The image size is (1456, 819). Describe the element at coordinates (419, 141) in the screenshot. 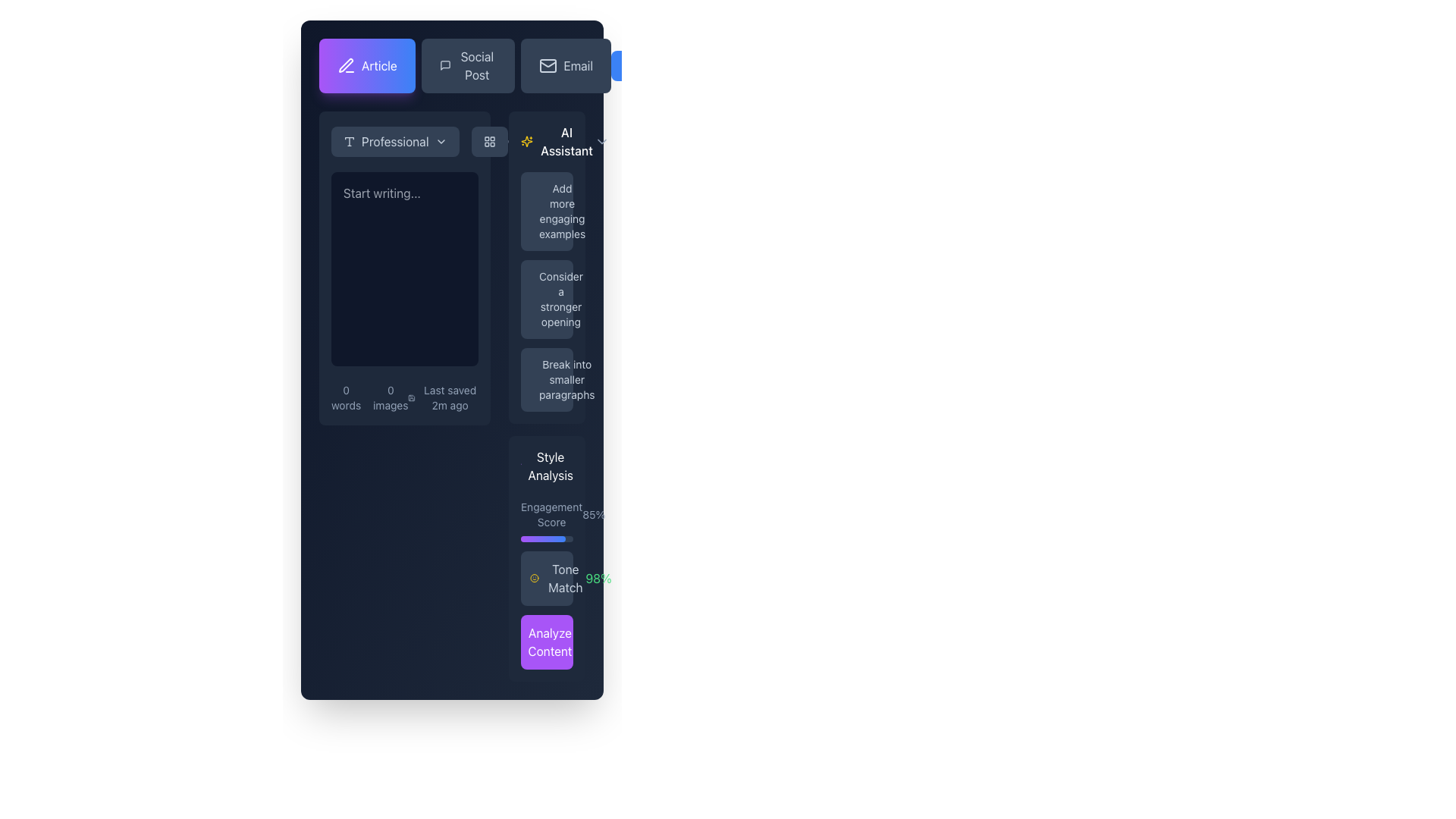

I see `the dropdown menu labeled 'Professional'` at that location.